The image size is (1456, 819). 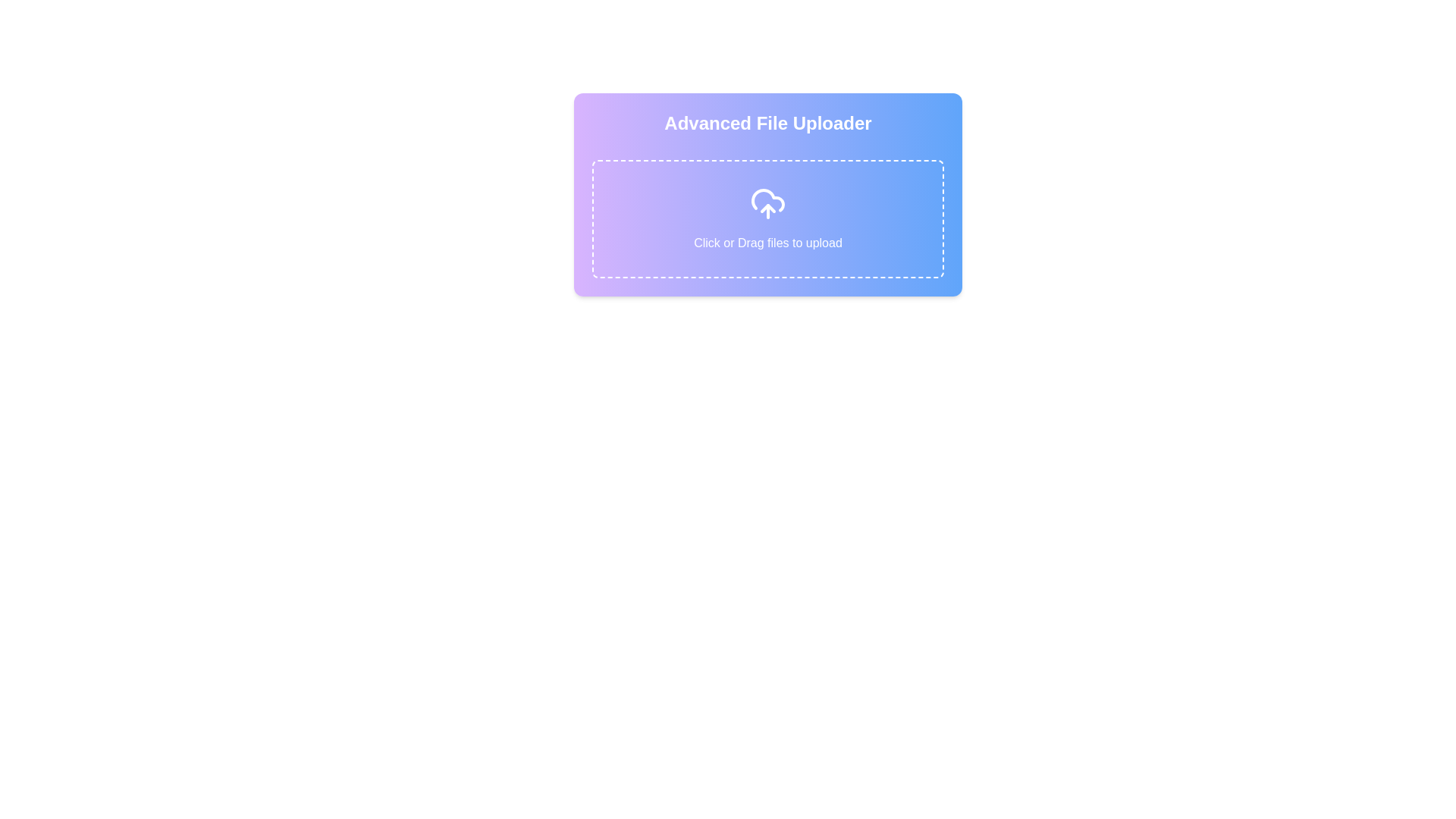 What do you see at coordinates (767, 219) in the screenshot?
I see `the transparent file upload input field that is defined by dashed lines and rounded corners` at bounding box center [767, 219].